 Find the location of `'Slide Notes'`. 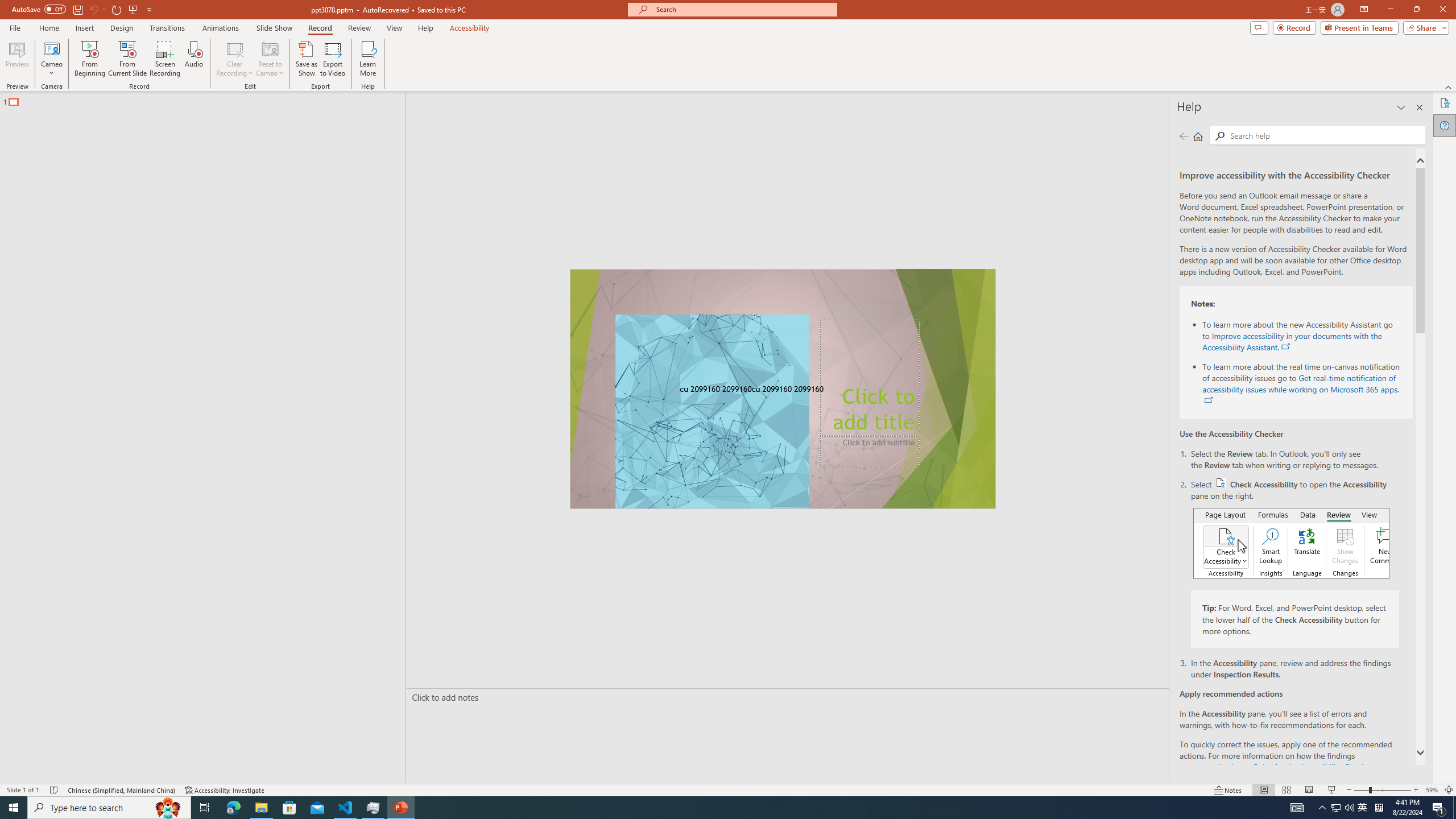

'Slide Notes' is located at coordinates (785, 697).